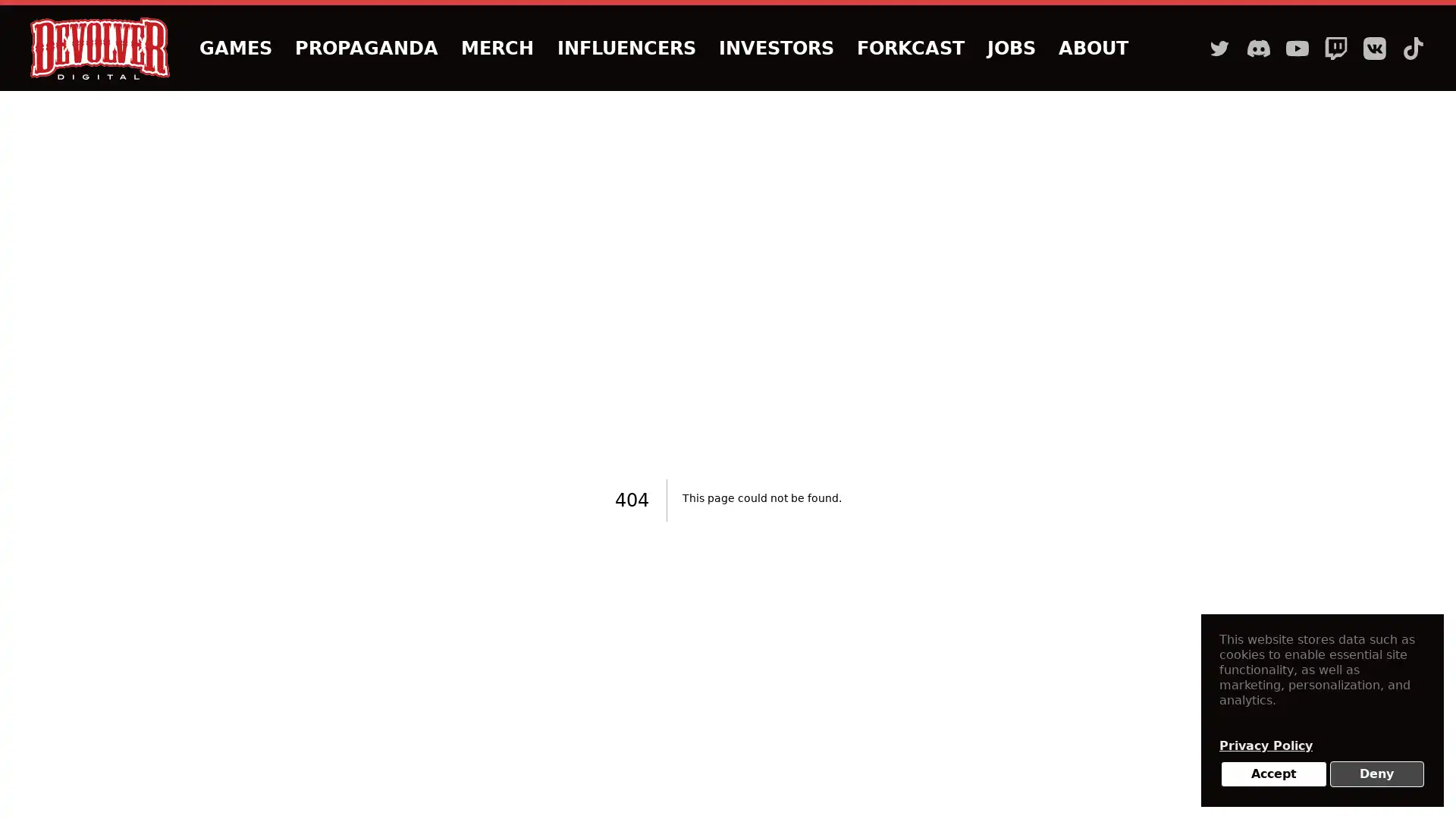 The image size is (1456, 819). I want to click on Accept, so click(1273, 774).